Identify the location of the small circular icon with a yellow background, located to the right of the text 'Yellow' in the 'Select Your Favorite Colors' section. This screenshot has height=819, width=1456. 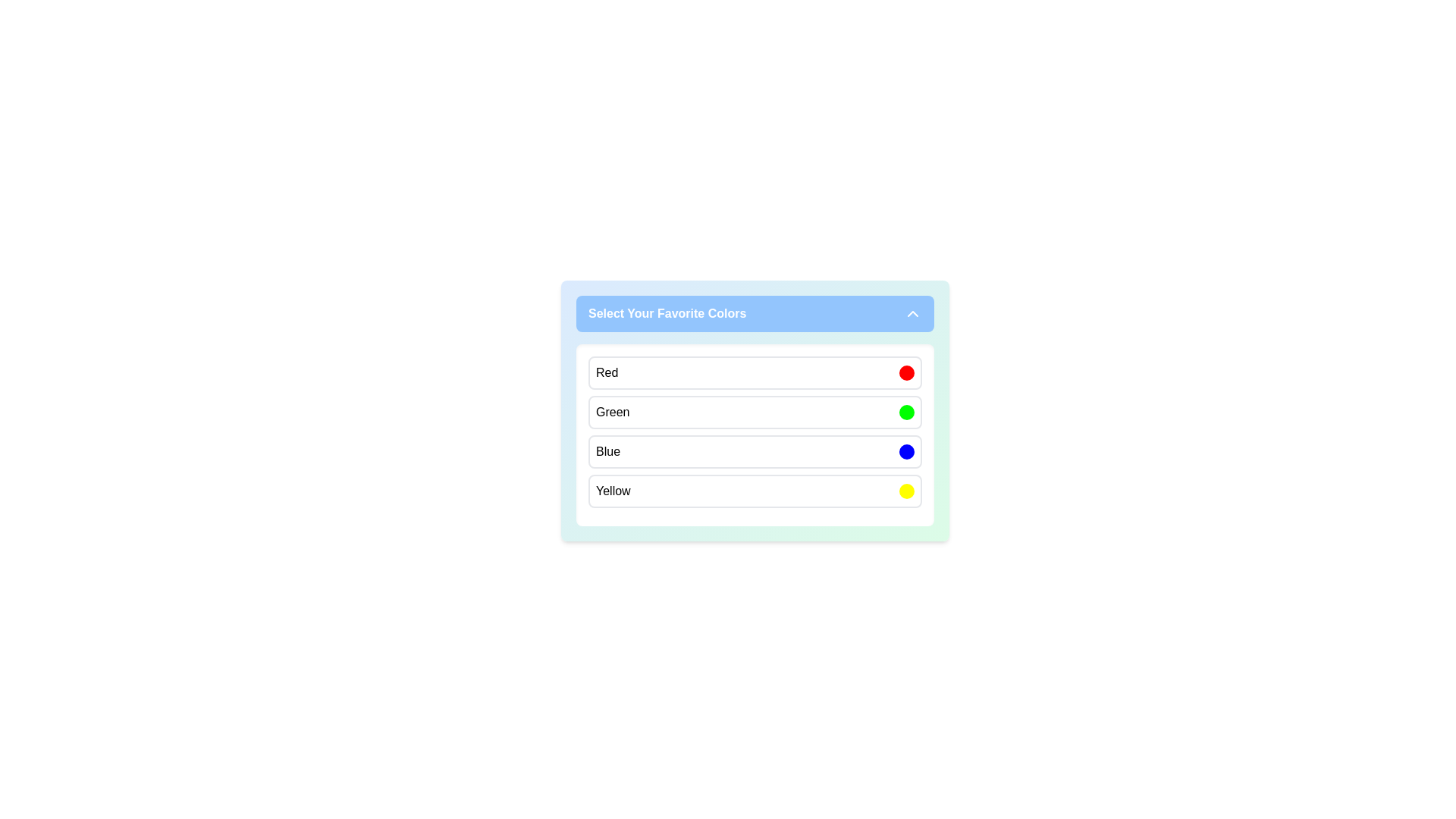
(906, 491).